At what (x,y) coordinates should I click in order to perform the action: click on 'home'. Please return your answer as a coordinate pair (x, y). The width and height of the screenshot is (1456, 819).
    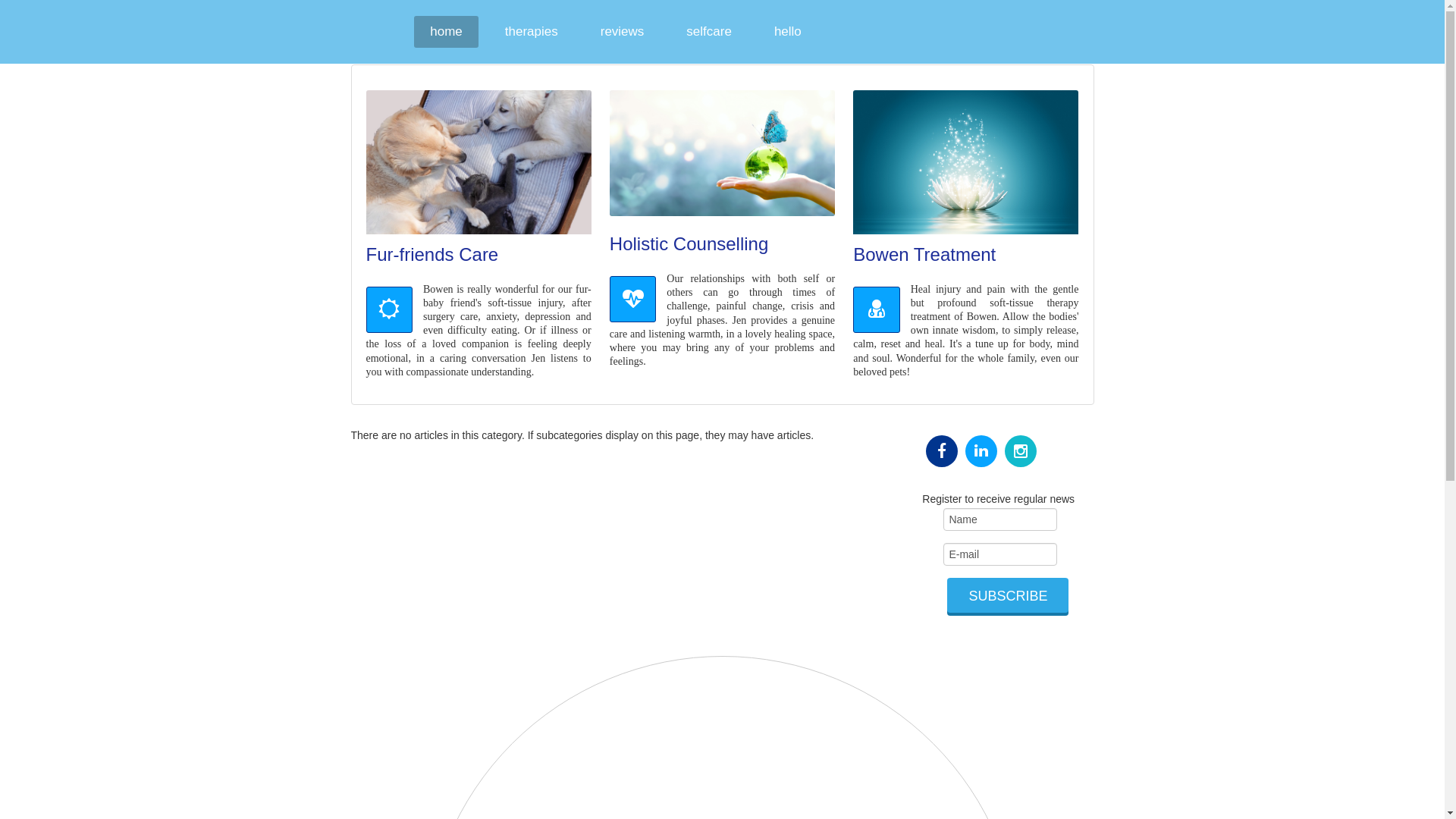
    Looking at the image, I should click on (445, 32).